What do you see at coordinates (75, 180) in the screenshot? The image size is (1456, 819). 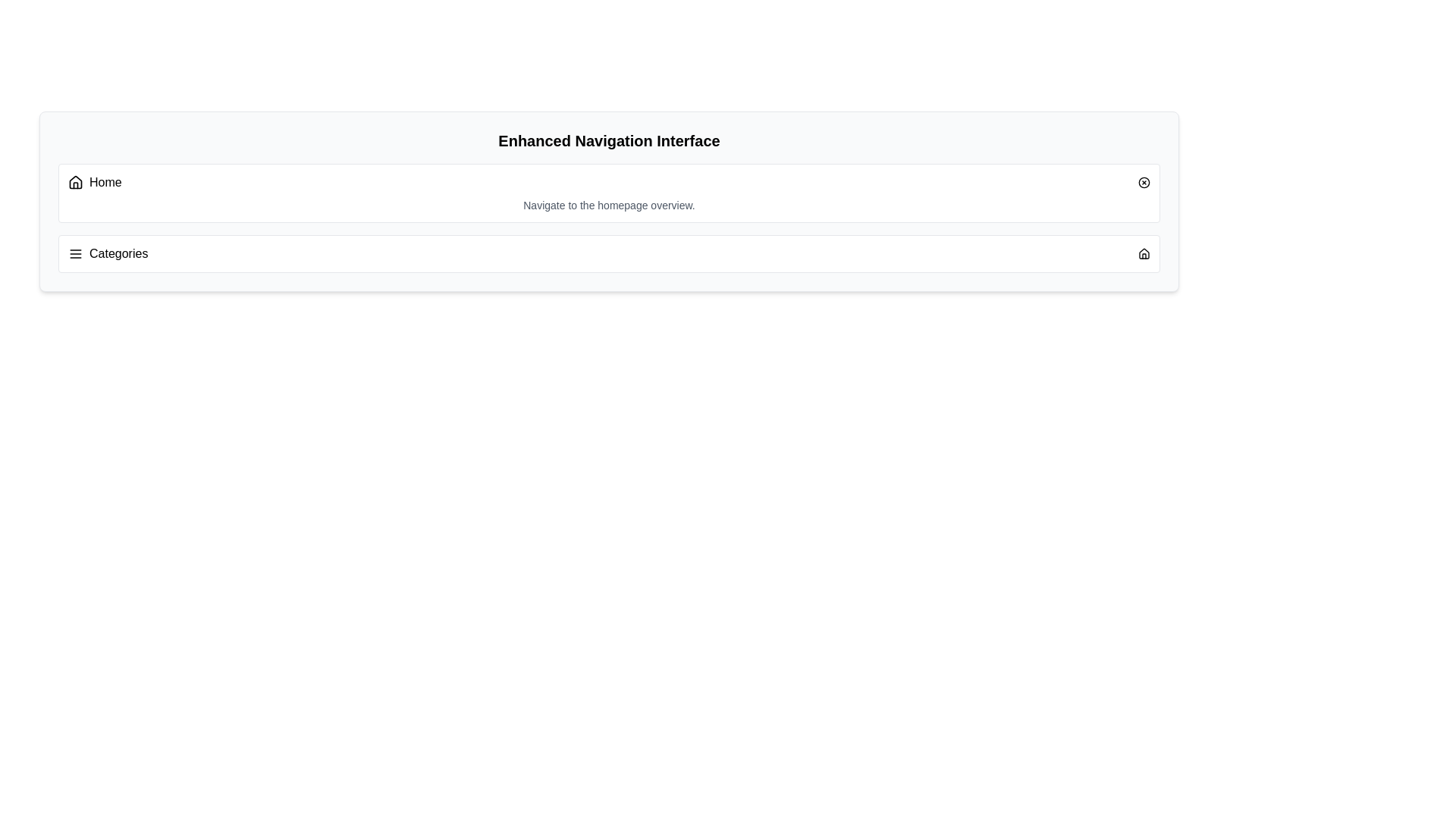 I see `the house-like icon representing 'Home' in the navigation menu` at bounding box center [75, 180].